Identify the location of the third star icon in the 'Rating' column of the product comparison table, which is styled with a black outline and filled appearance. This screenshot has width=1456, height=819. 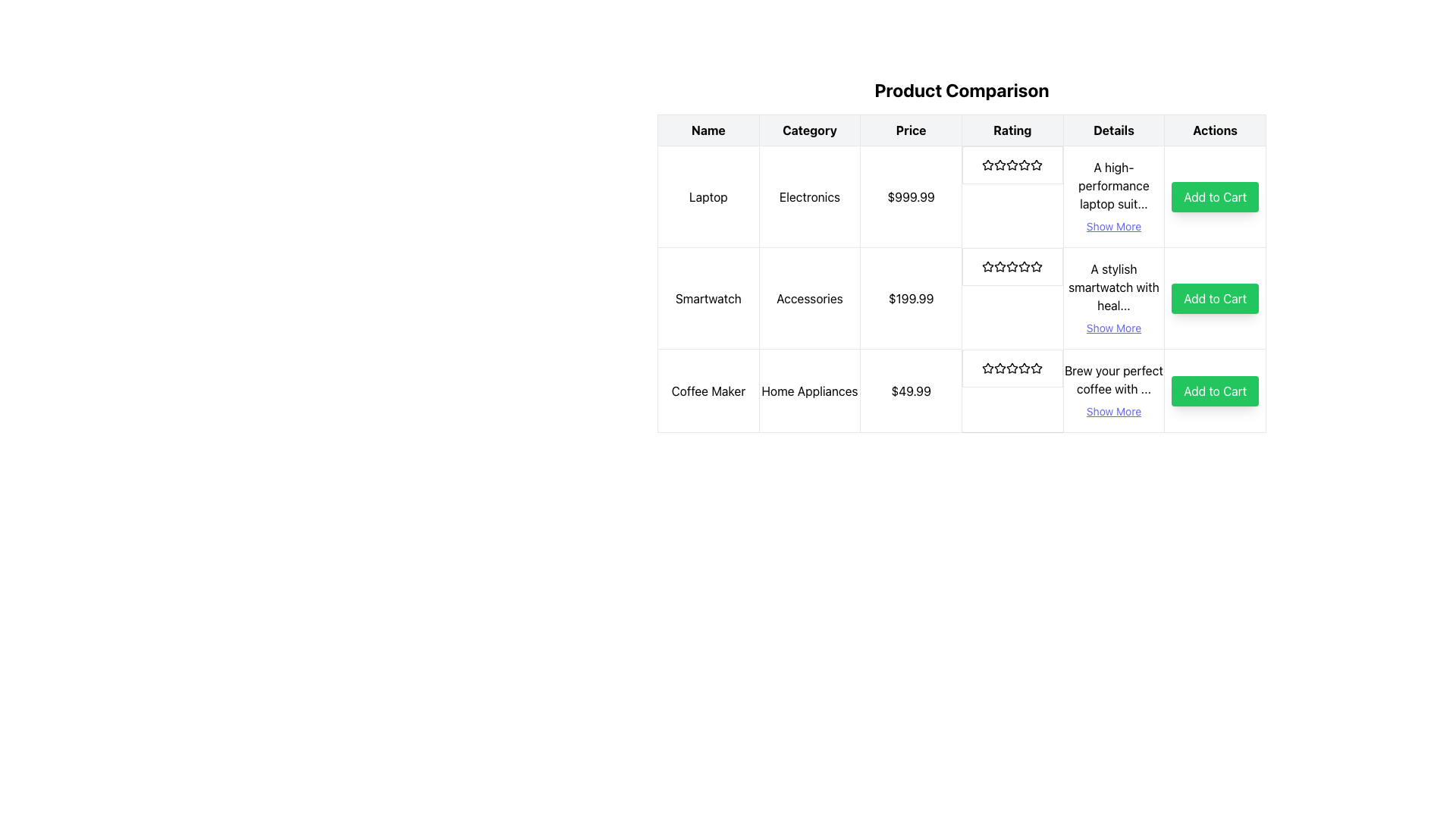
(1000, 165).